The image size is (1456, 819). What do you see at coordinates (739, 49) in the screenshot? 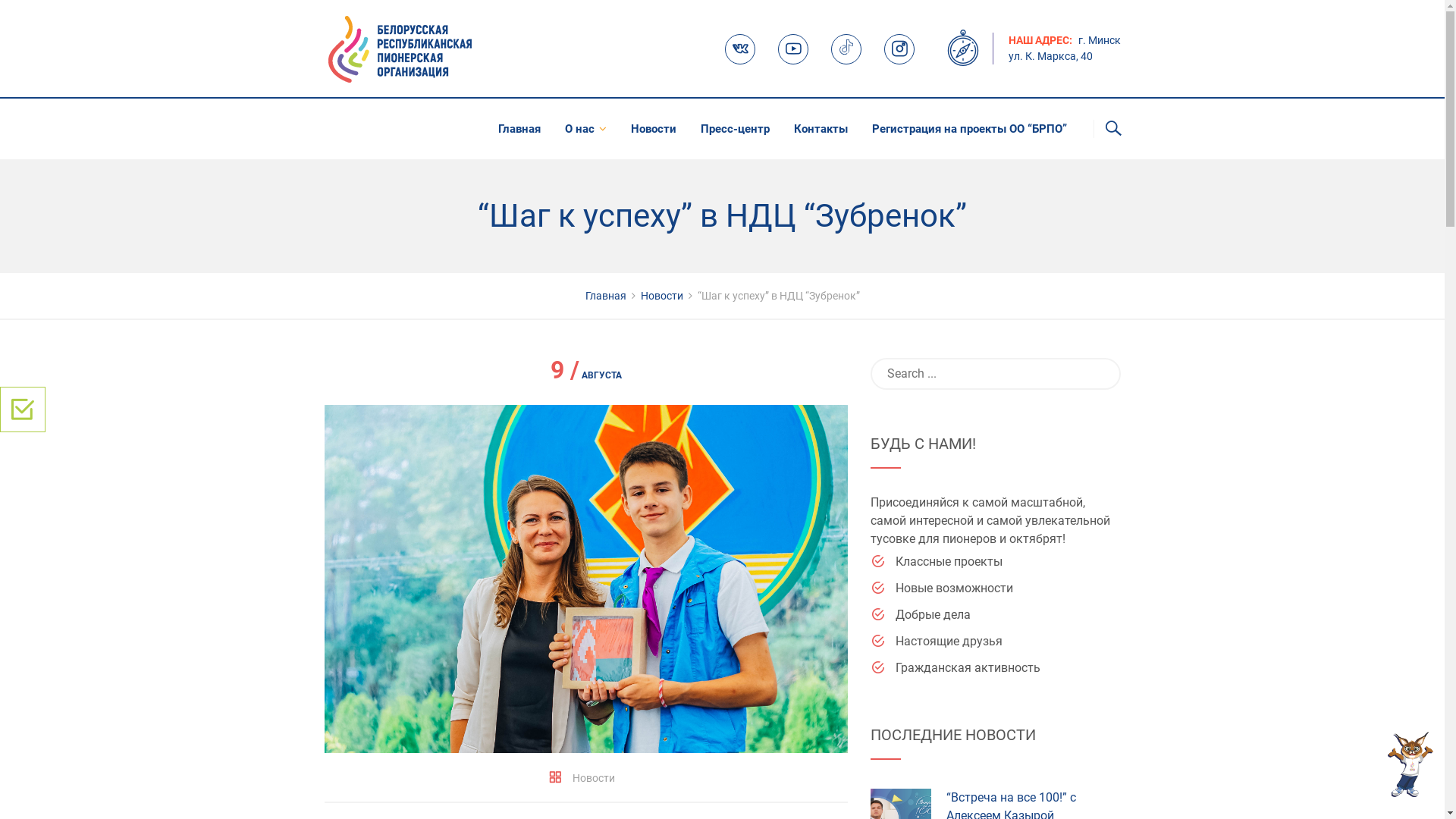
I see `'VK'` at bounding box center [739, 49].